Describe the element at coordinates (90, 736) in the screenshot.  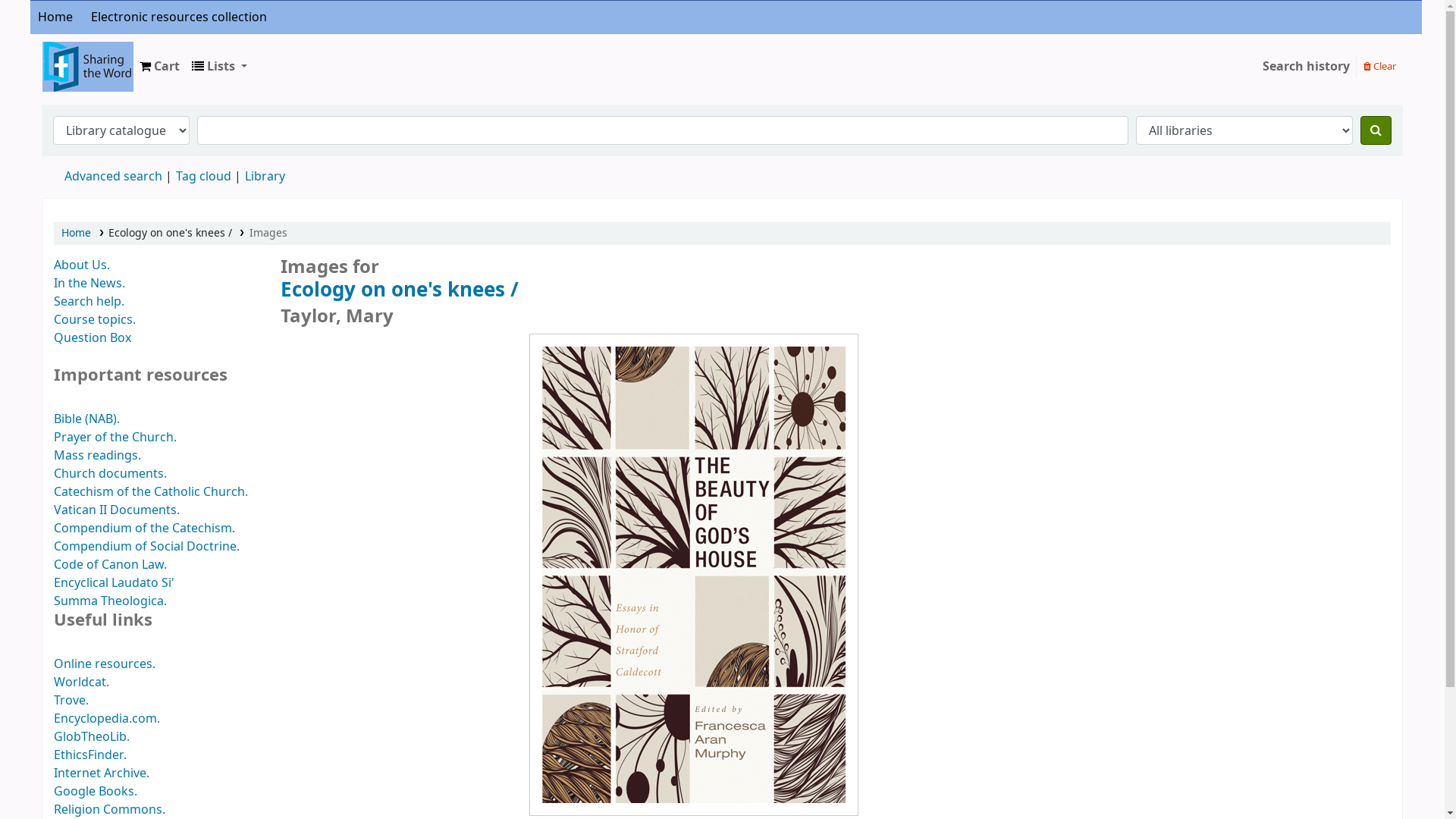
I see `'GlobTheoLib.'` at that location.